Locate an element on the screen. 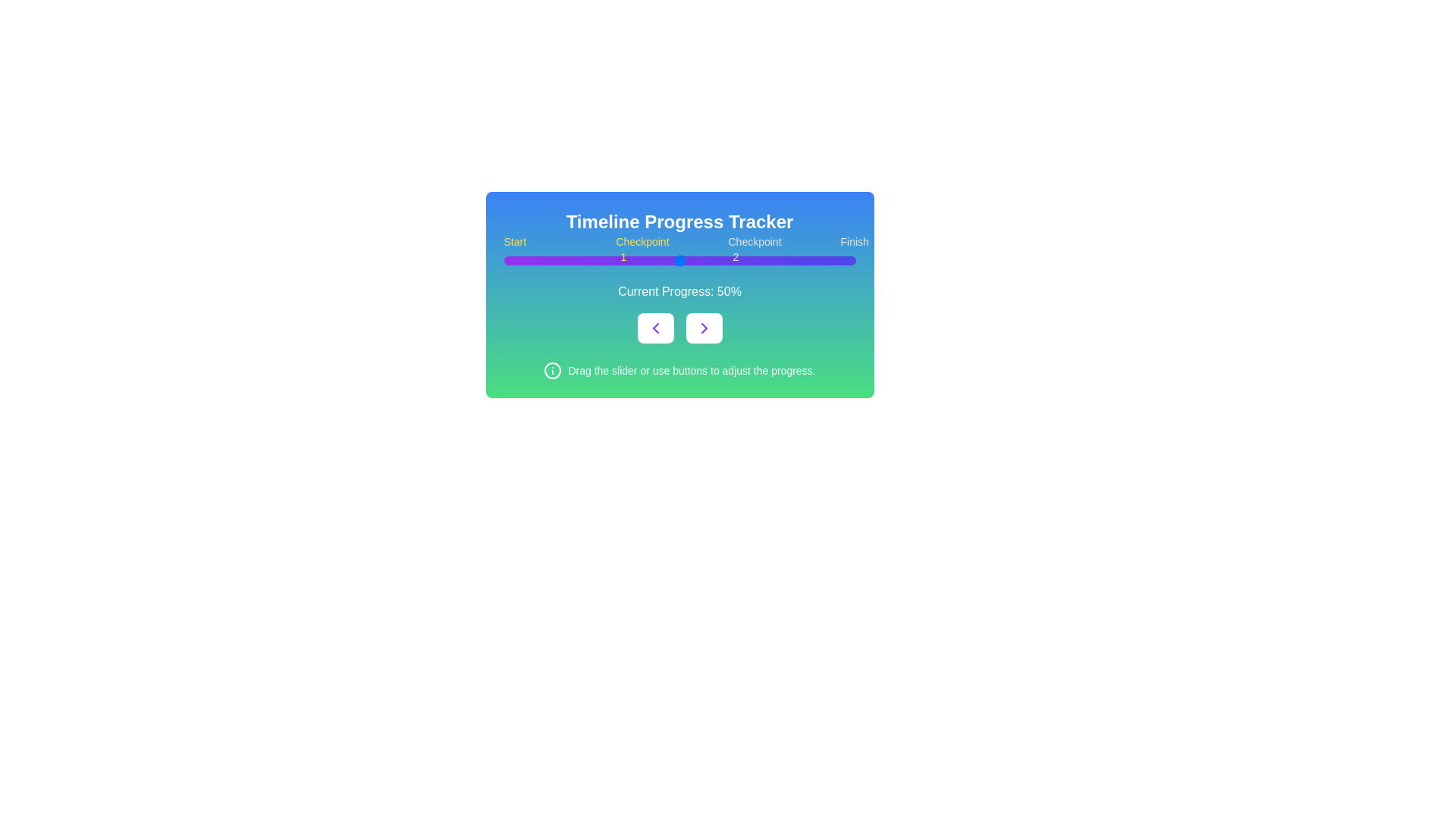  the progress is located at coordinates (820, 259).